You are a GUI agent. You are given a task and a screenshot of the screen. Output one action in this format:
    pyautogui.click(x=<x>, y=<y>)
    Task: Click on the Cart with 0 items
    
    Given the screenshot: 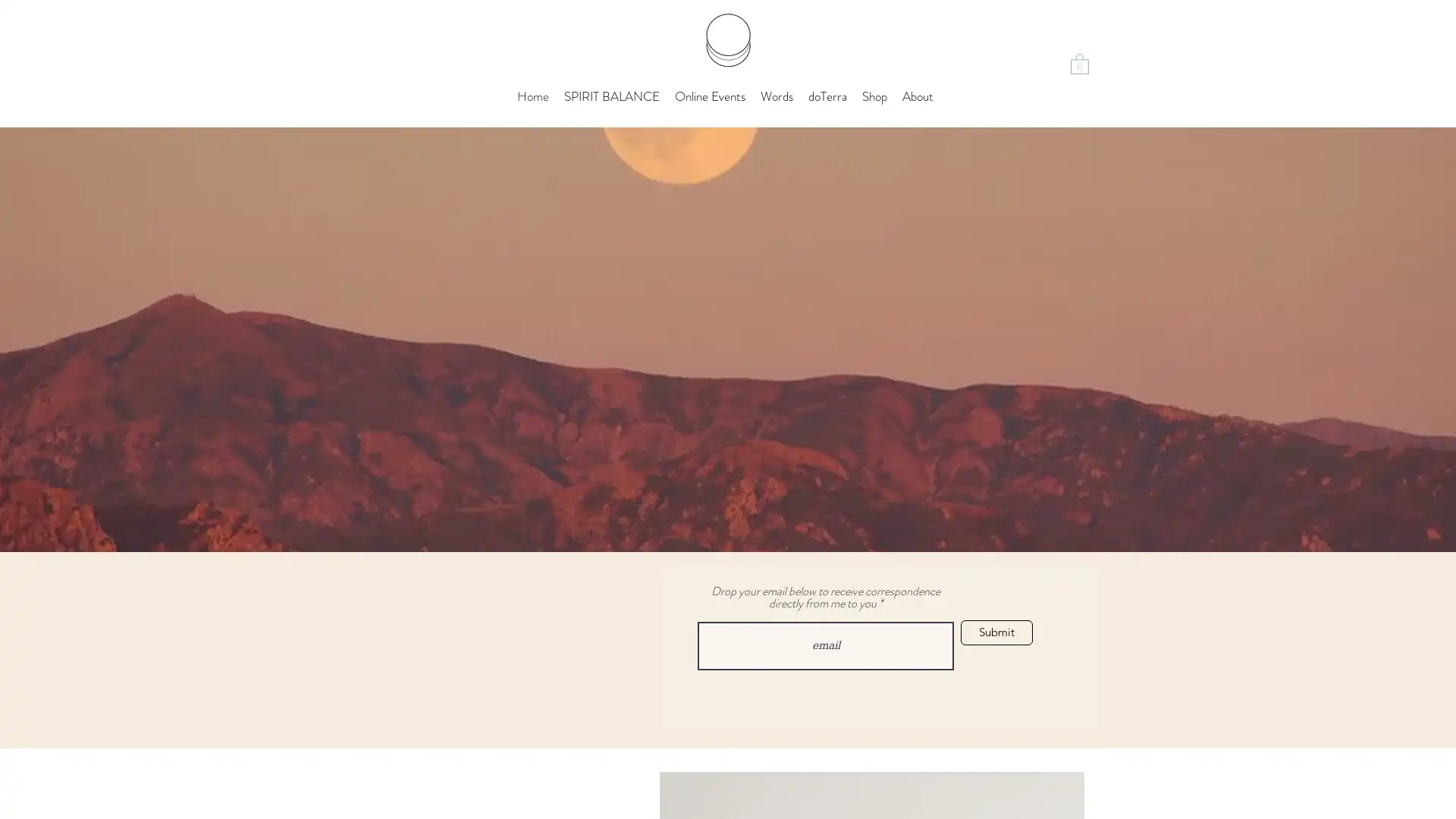 What is the action you would take?
    pyautogui.click(x=1079, y=62)
    